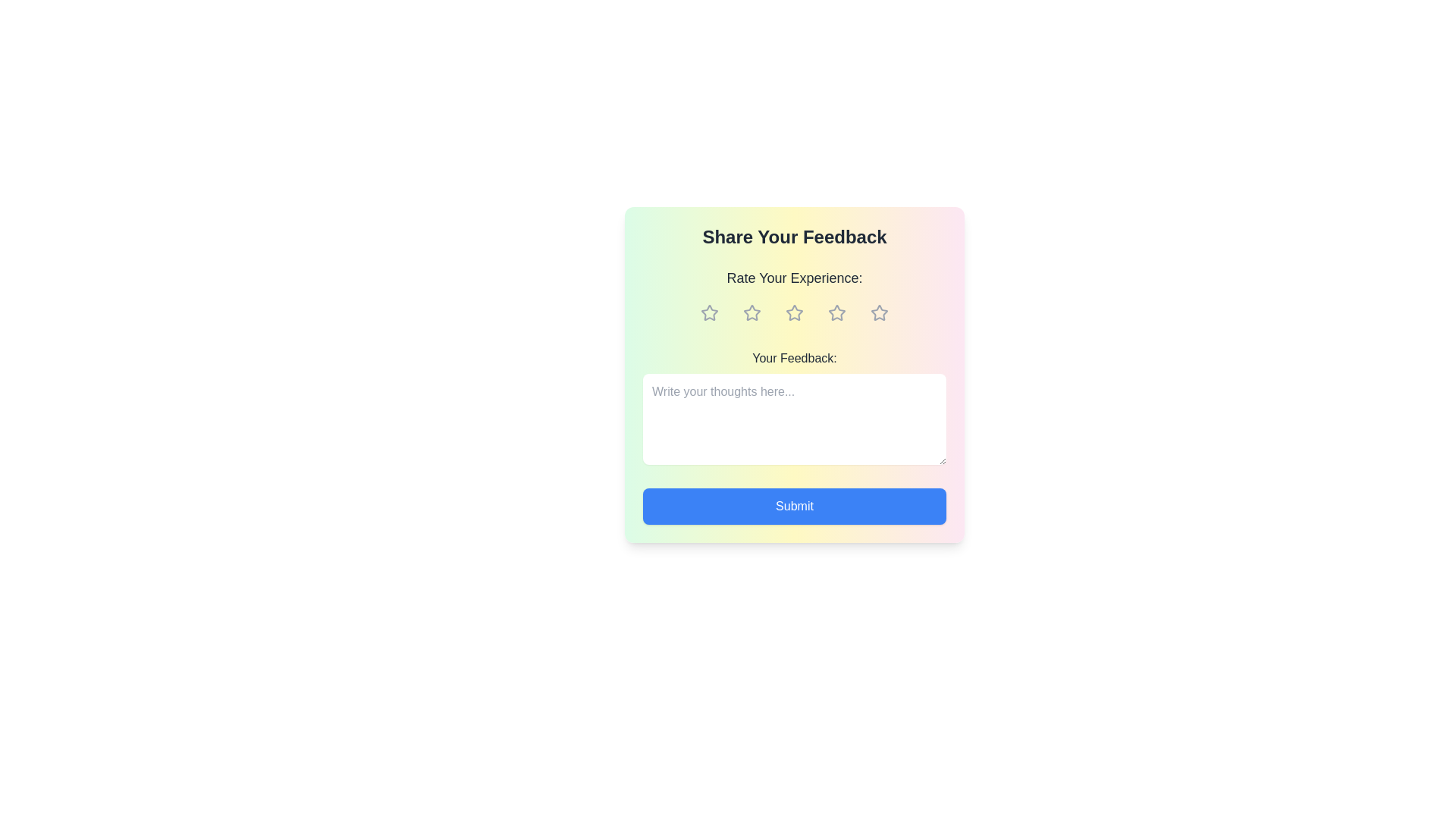 This screenshot has width=1456, height=819. I want to click on the second star icon from the left in the horizontal row of five stars, so click(752, 312).